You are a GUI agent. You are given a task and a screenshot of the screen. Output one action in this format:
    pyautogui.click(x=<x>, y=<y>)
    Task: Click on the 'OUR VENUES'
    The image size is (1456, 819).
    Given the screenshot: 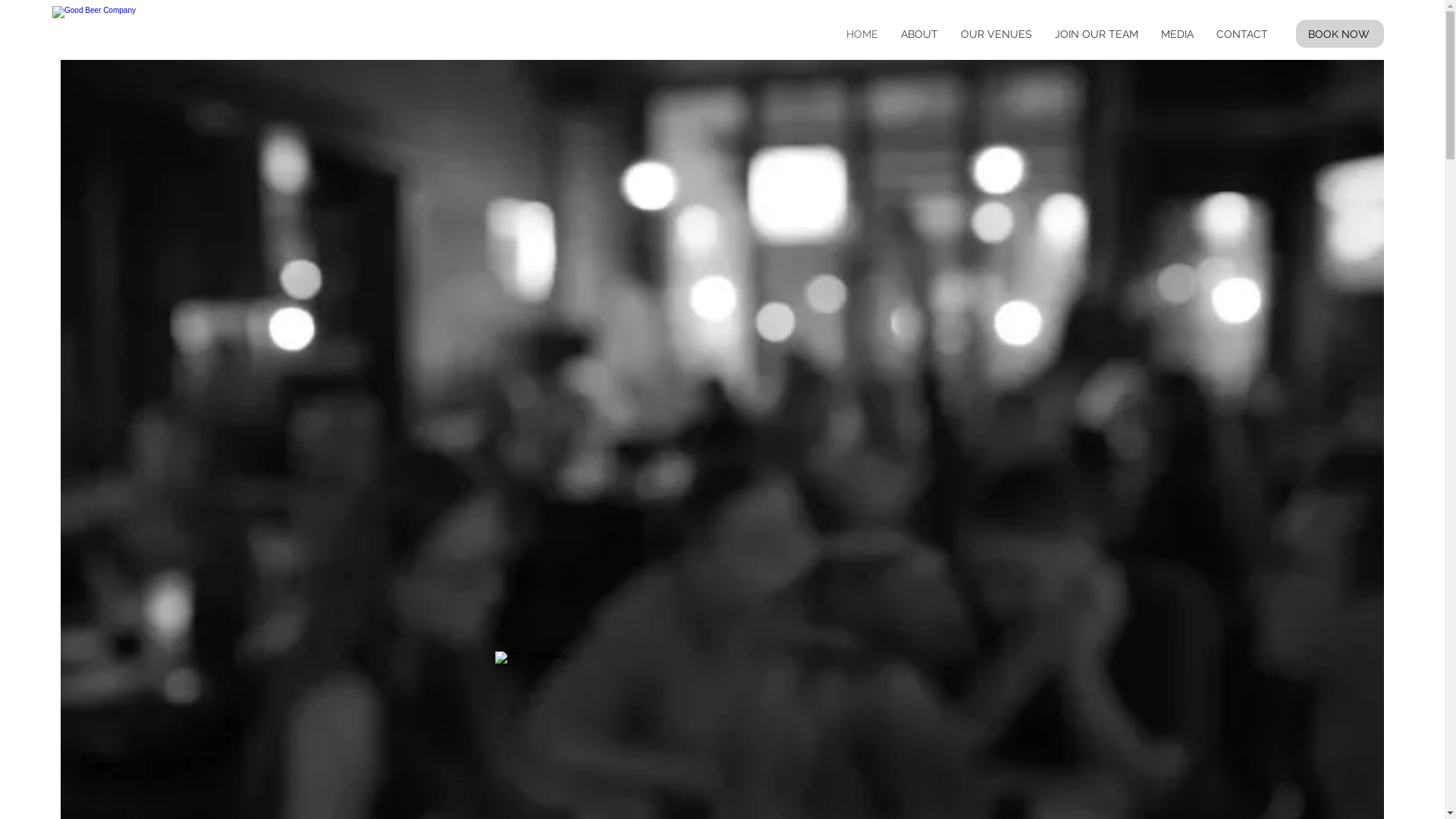 What is the action you would take?
    pyautogui.click(x=996, y=34)
    